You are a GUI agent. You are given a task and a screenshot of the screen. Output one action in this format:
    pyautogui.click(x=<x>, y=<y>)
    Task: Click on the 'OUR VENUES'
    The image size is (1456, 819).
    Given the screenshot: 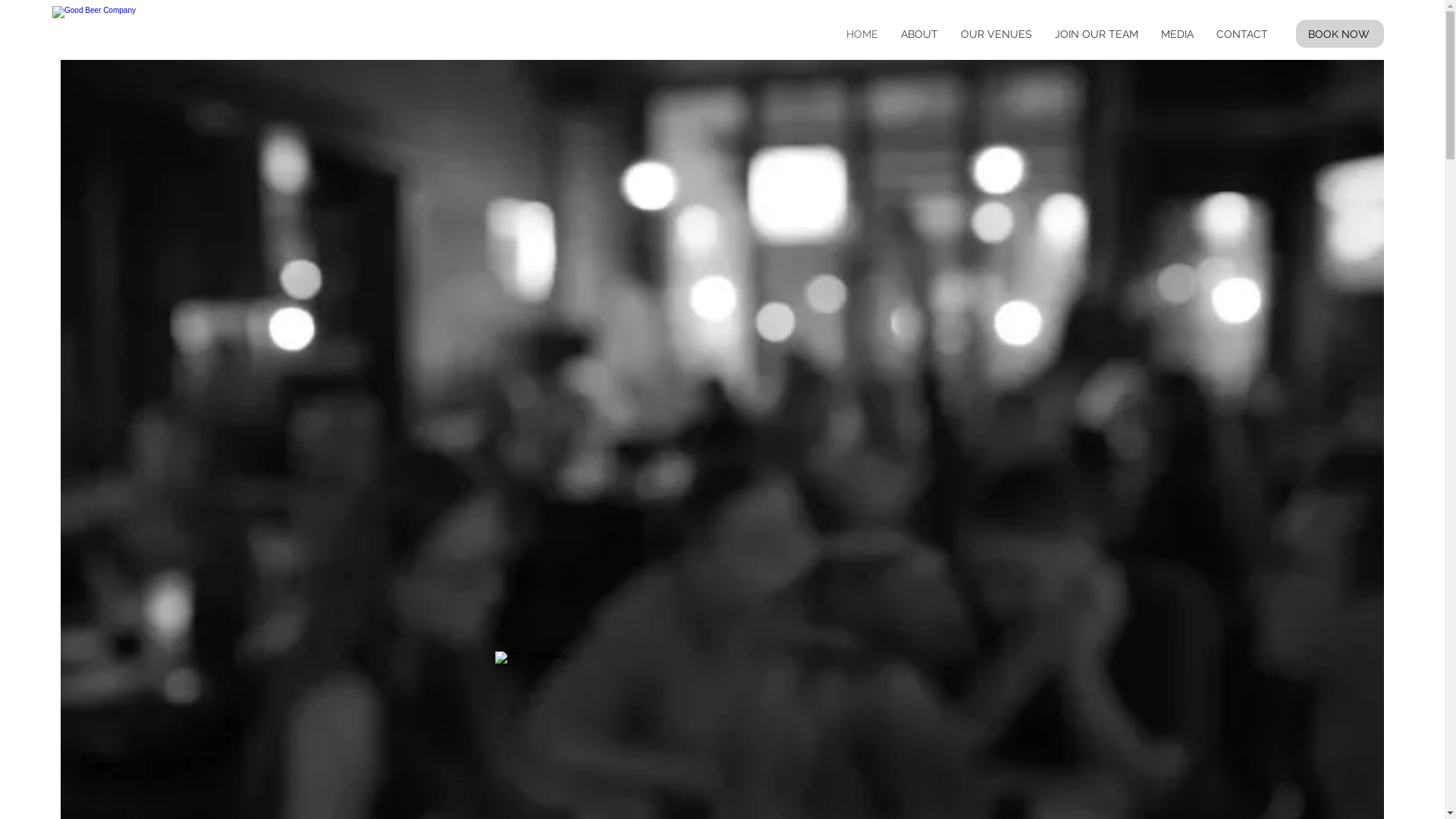 What is the action you would take?
    pyautogui.click(x=996, y=34)
    